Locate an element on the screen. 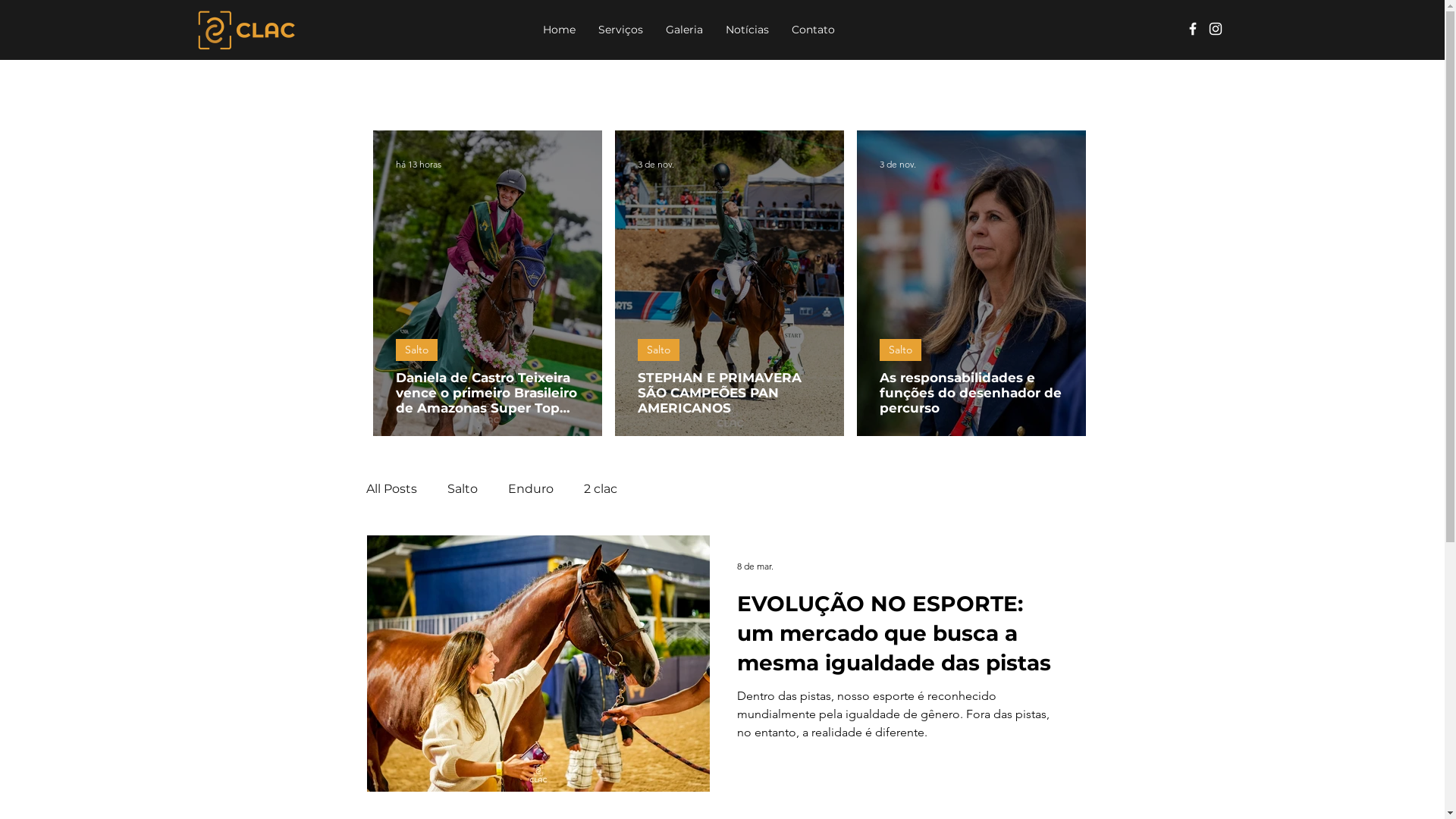 This screenshot has height=819, width=1456. 'Salto' is located at coordinates (637, 350).